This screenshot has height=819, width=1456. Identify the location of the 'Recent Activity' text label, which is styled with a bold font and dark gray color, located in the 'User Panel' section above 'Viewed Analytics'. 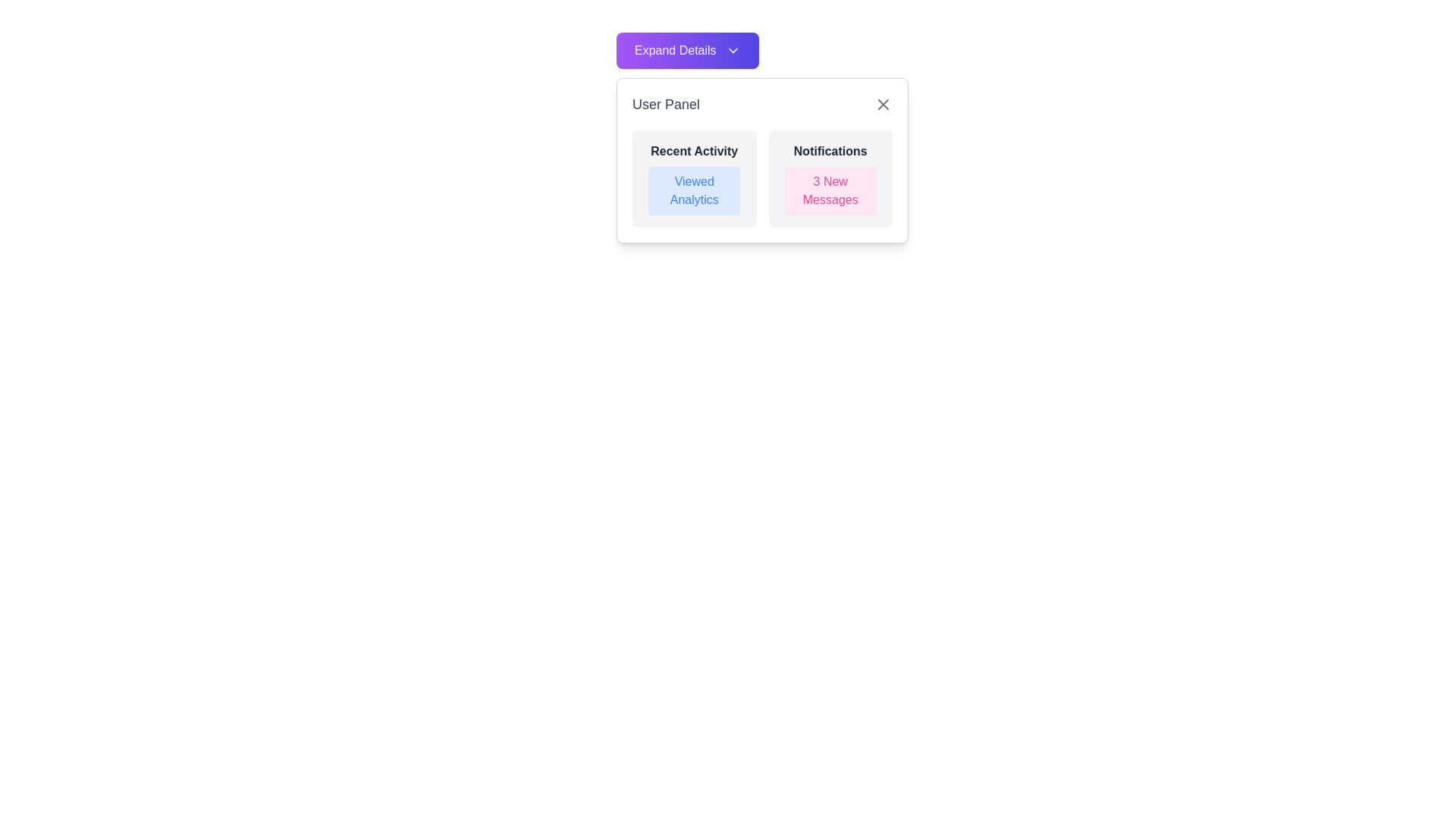
(693, 152).